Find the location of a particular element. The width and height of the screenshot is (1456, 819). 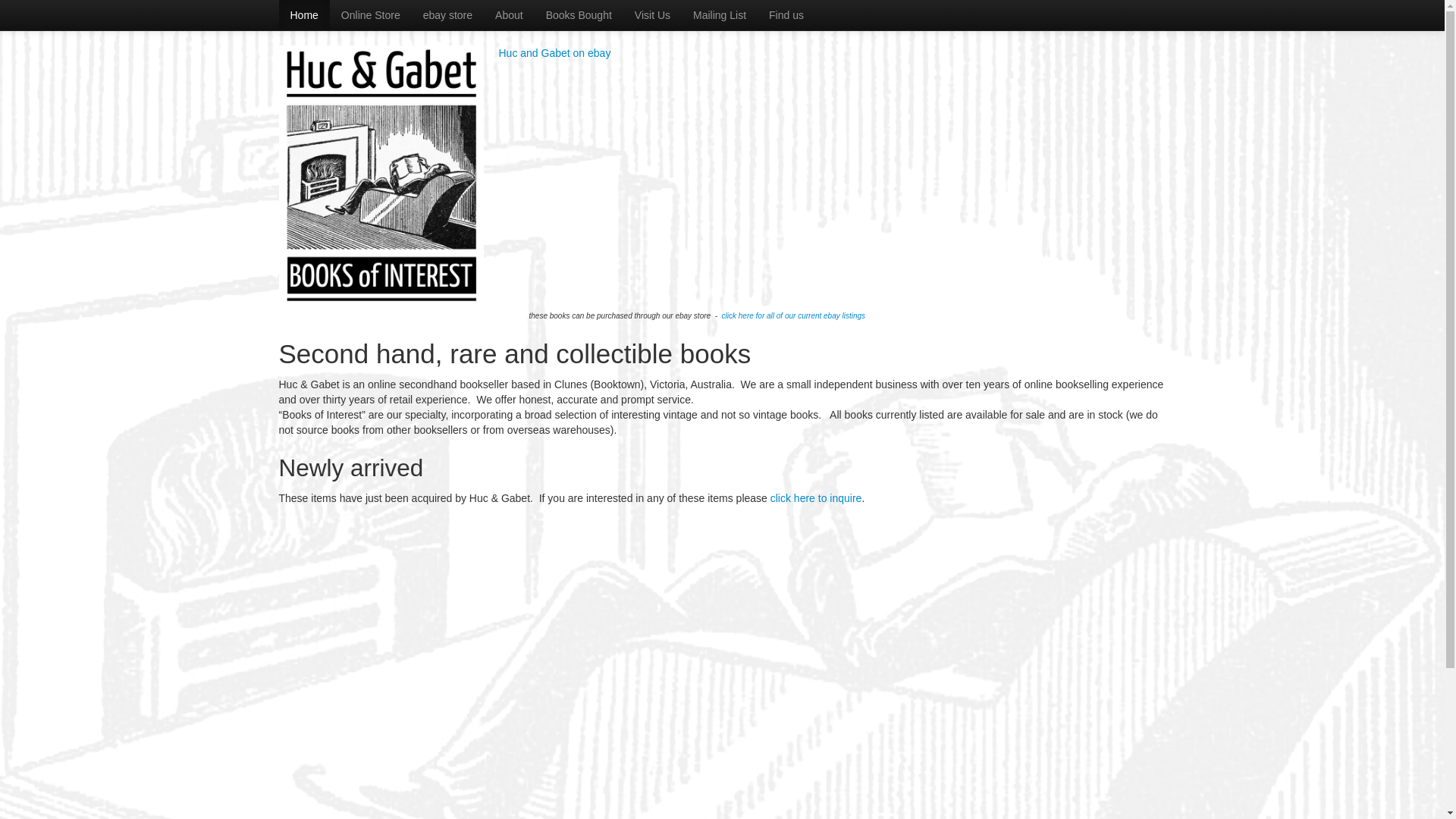

'ebay store' is located at coordinates (447, 14).